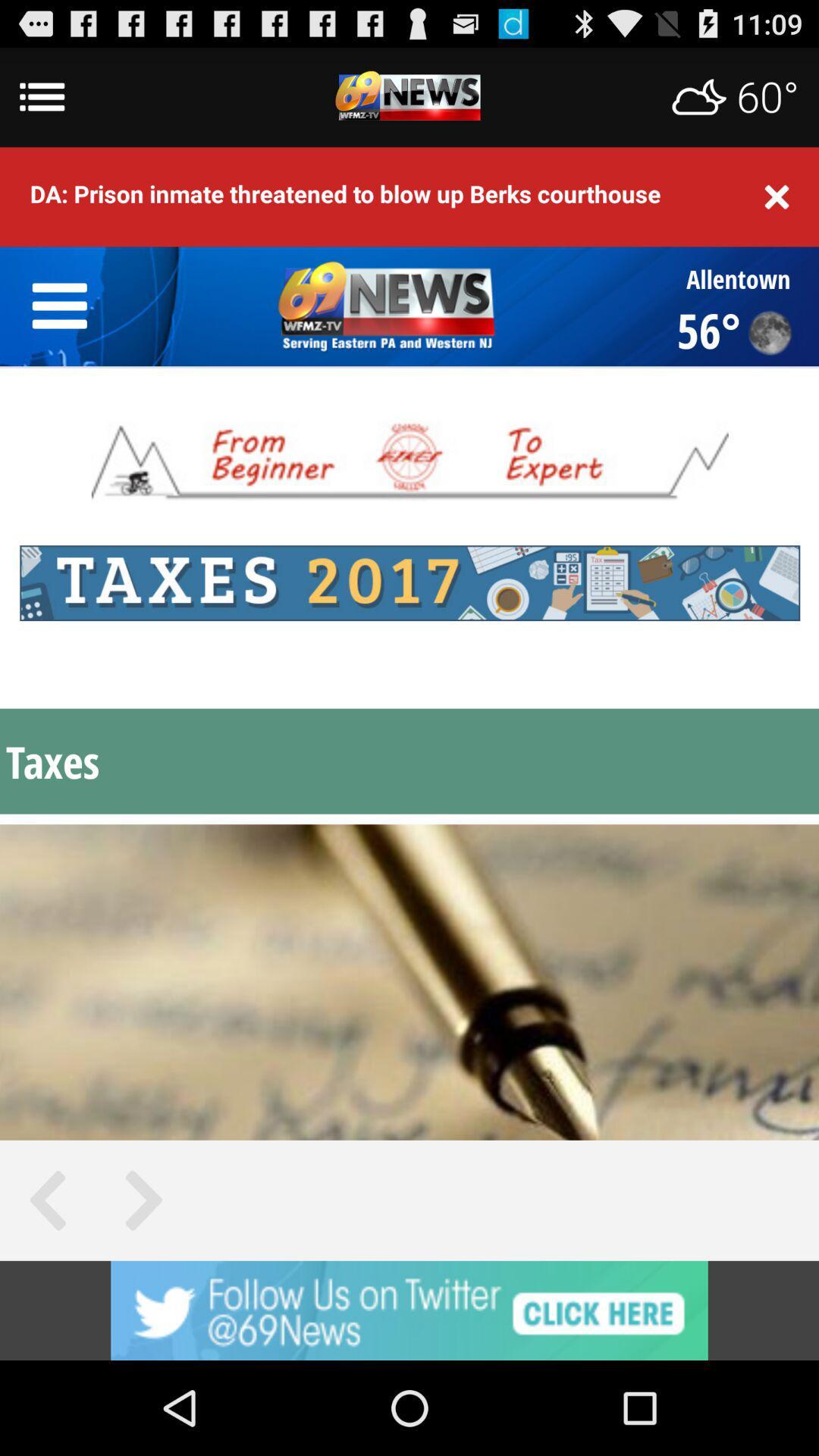 This screenshot has height=1456, width=819. Describe the element at coordinates (409, 96) in the screenshot. I see `advertismenet` at that location.